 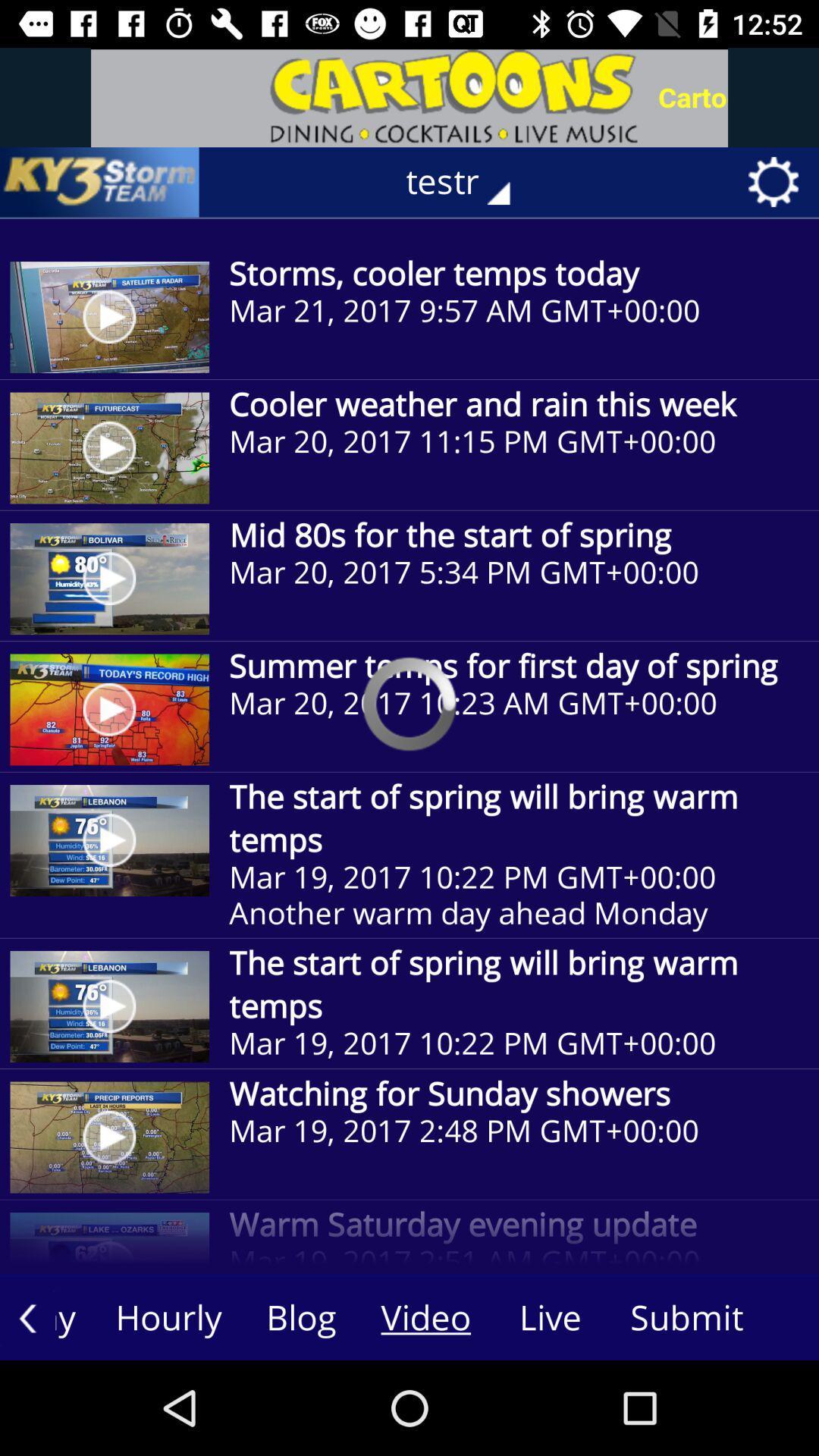 What do you see at coordinates (109, 578) in the screenshot?
I see `the third image from the left top of the page` at bounding box center [109, 578].